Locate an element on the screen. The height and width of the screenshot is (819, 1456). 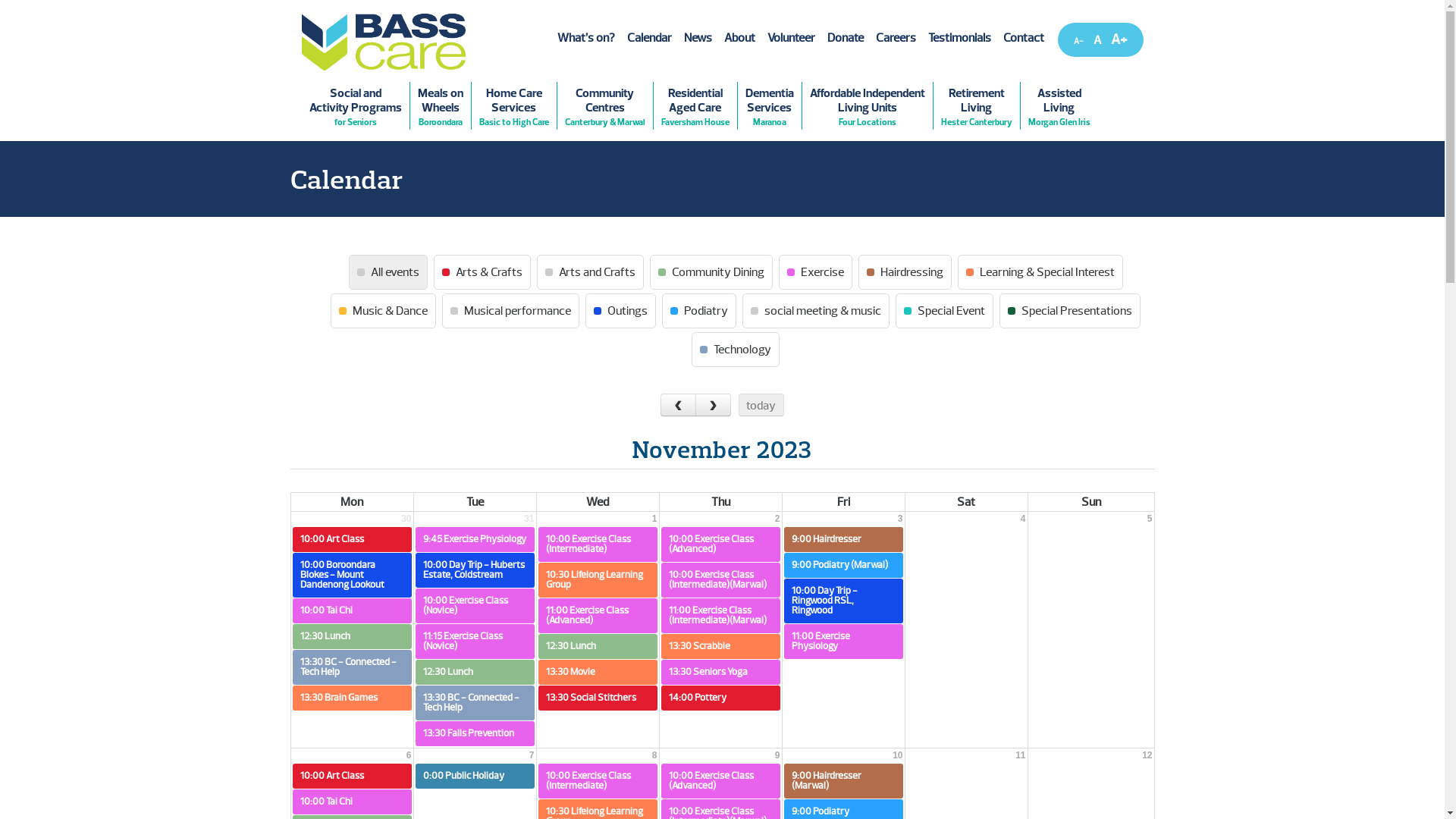
'About' is located at coordinates (739, 37).